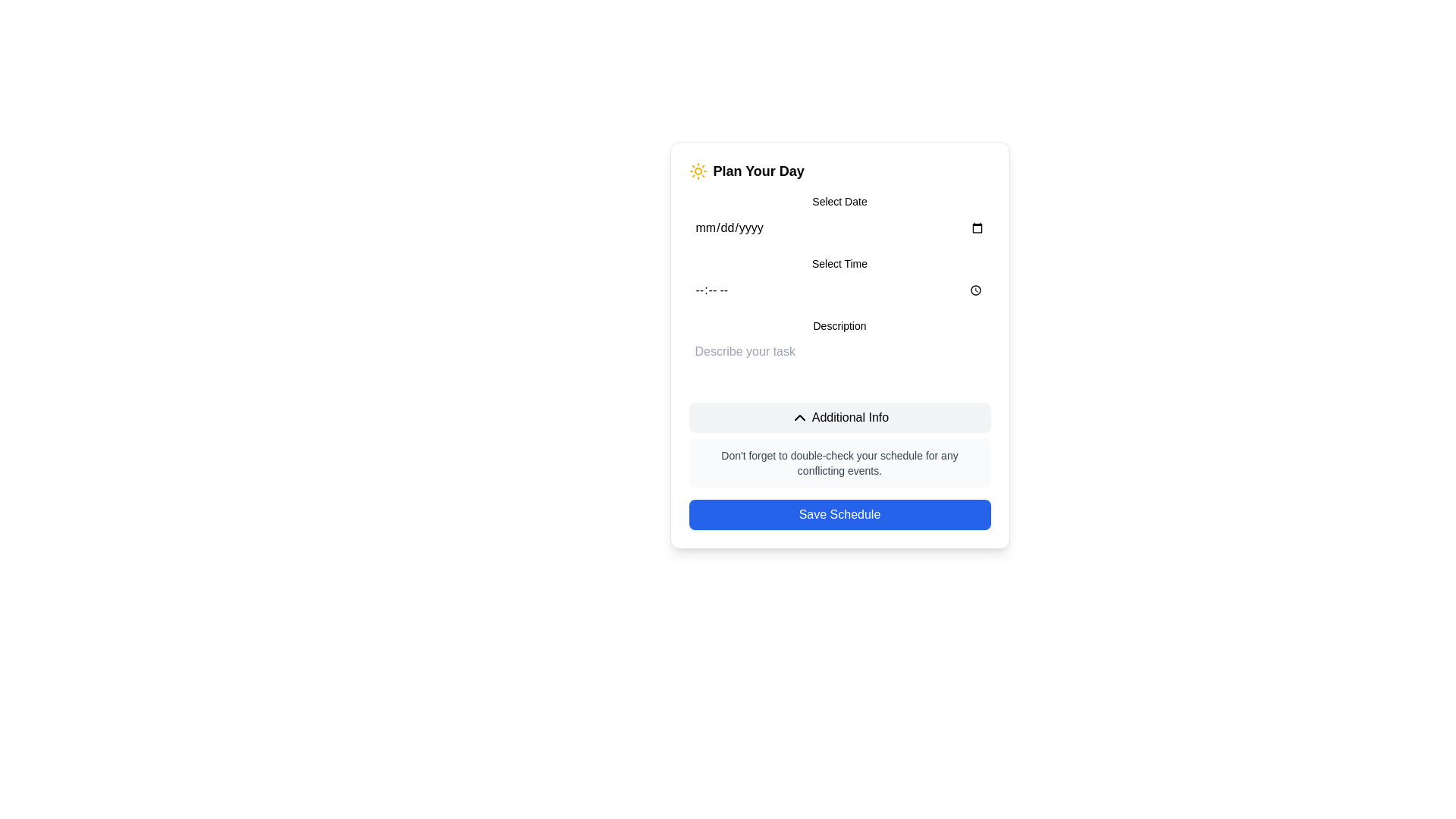 This screenshot has height=819, width=1456. What do you see at coordinates (839, 513) in the screenshot?
I see `the 'Save Schedule' button, which is a prominent blue button with white text and rounded edges located at the bottom of a vertical form layout` at bounding box center [839, 513].